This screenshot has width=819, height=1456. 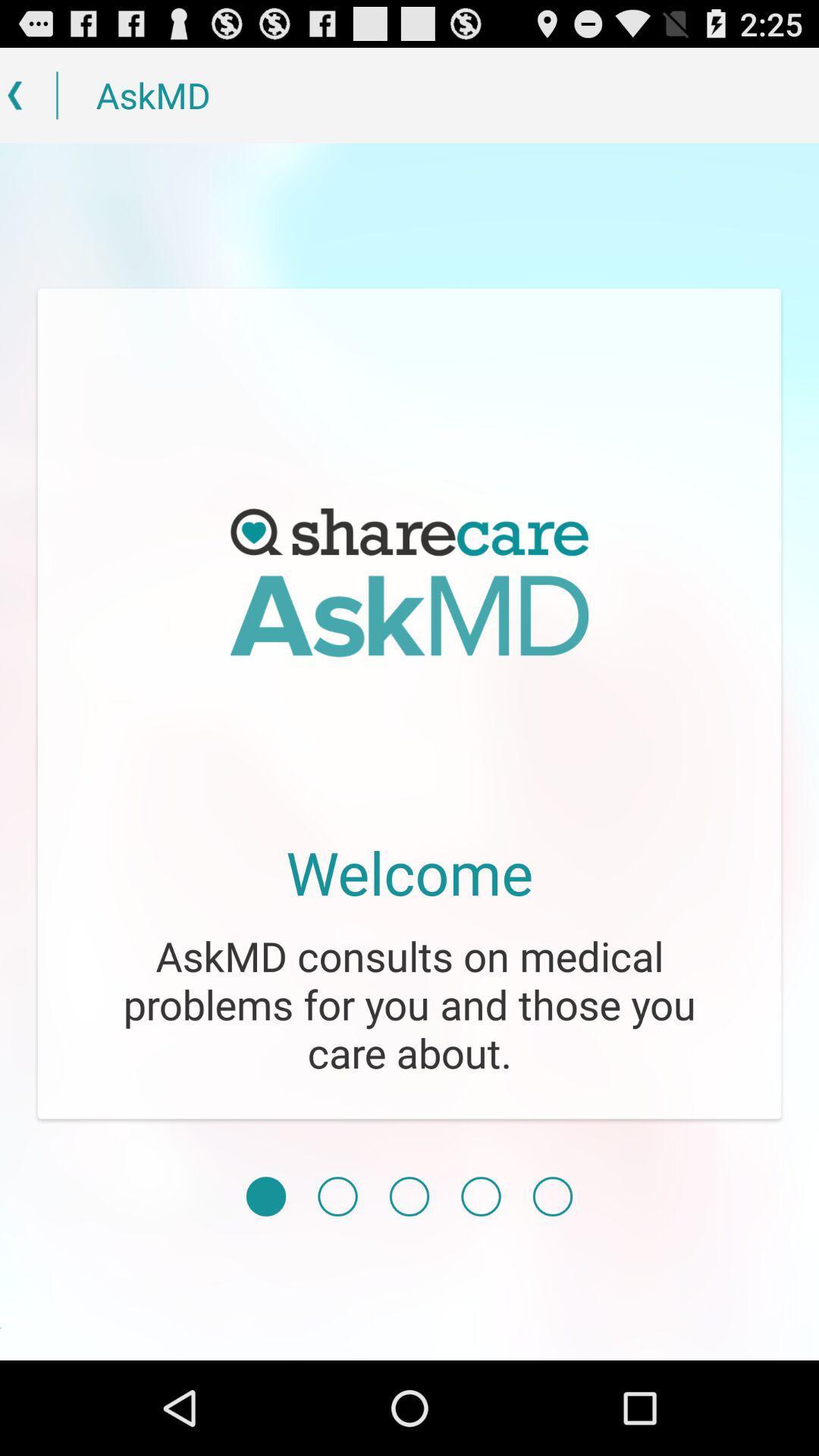 What do you see at coordinates (553, 1196) in the screenshot?
I see `icon below askmd consults on icon` at bounding box center [553, 1196].